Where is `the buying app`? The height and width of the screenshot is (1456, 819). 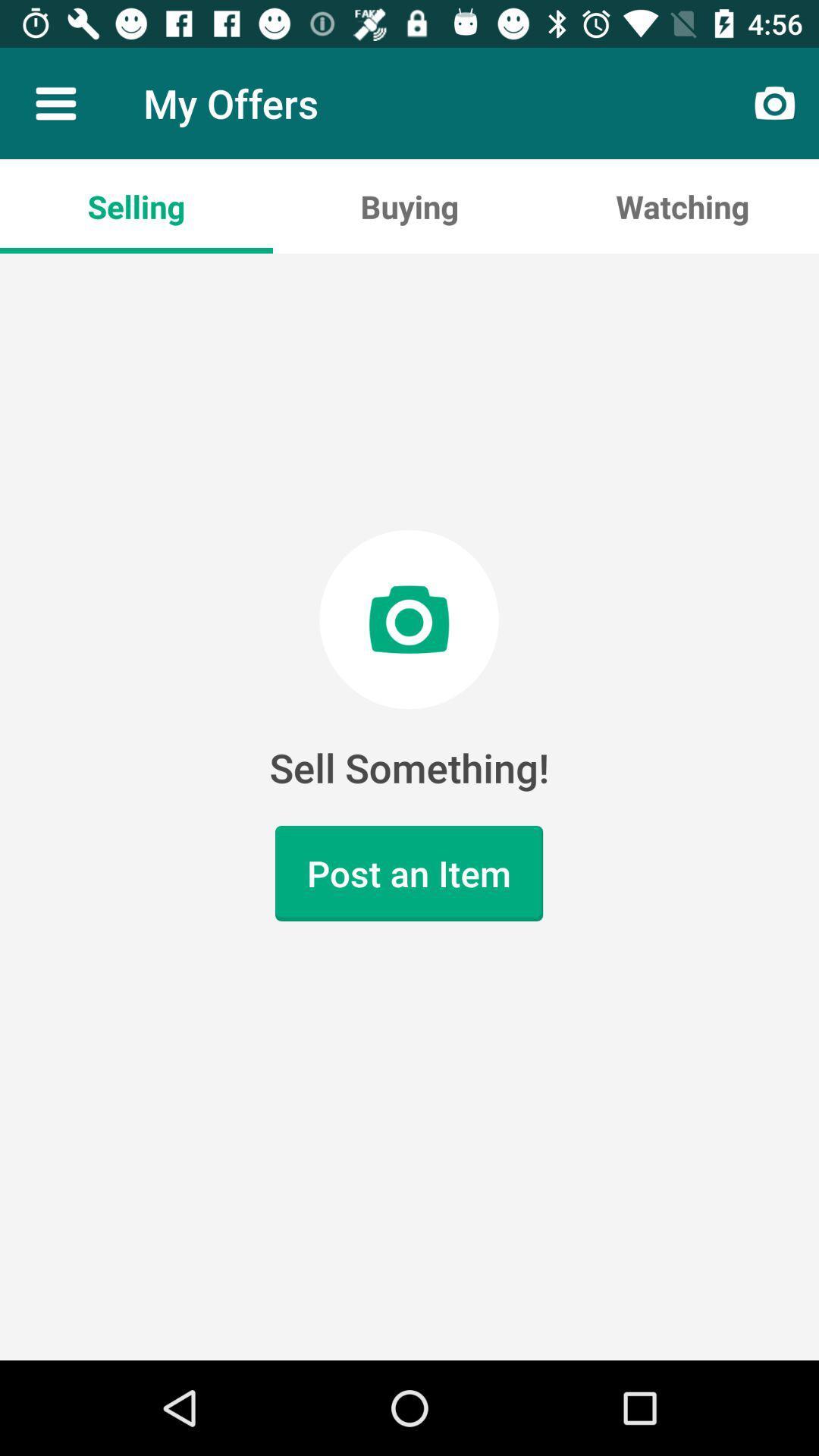
the buying app is located at coordinates (409, 206).